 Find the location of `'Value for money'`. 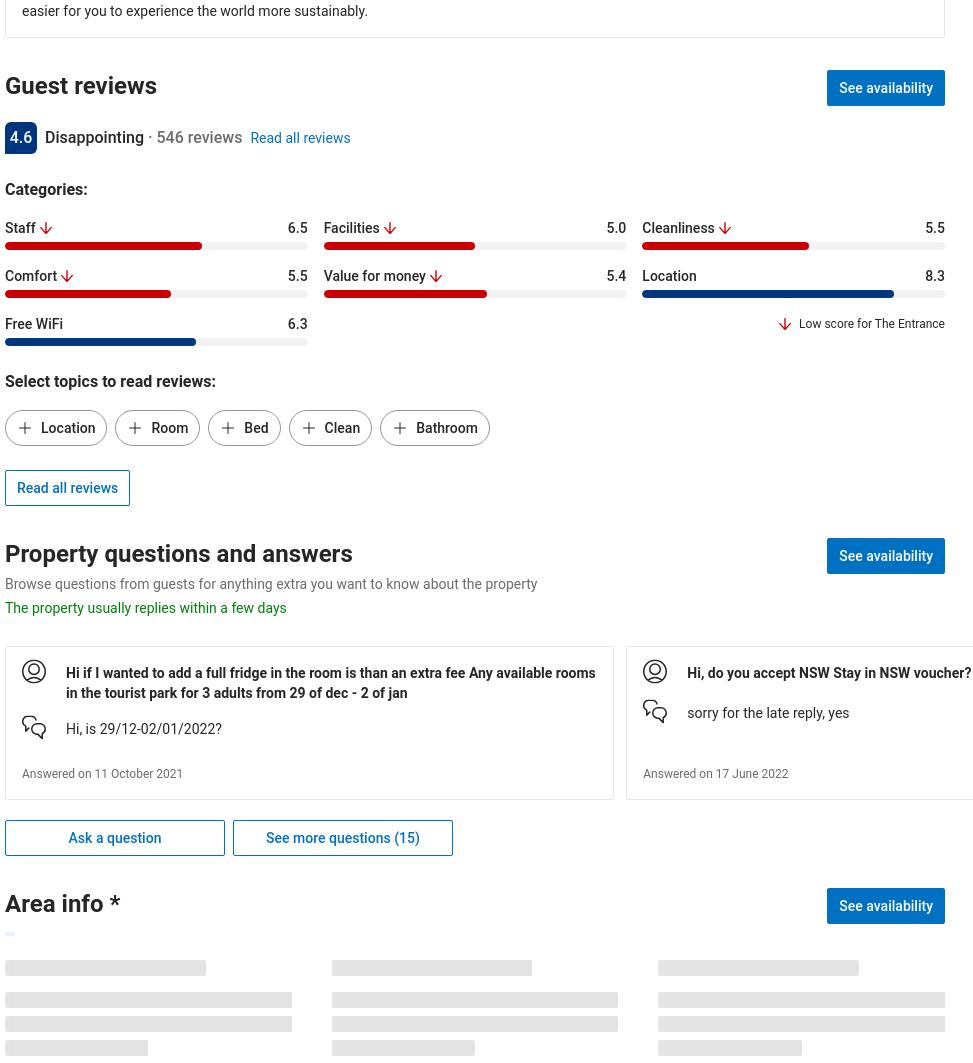

'Value for money' is located at coordinates (373, 275).